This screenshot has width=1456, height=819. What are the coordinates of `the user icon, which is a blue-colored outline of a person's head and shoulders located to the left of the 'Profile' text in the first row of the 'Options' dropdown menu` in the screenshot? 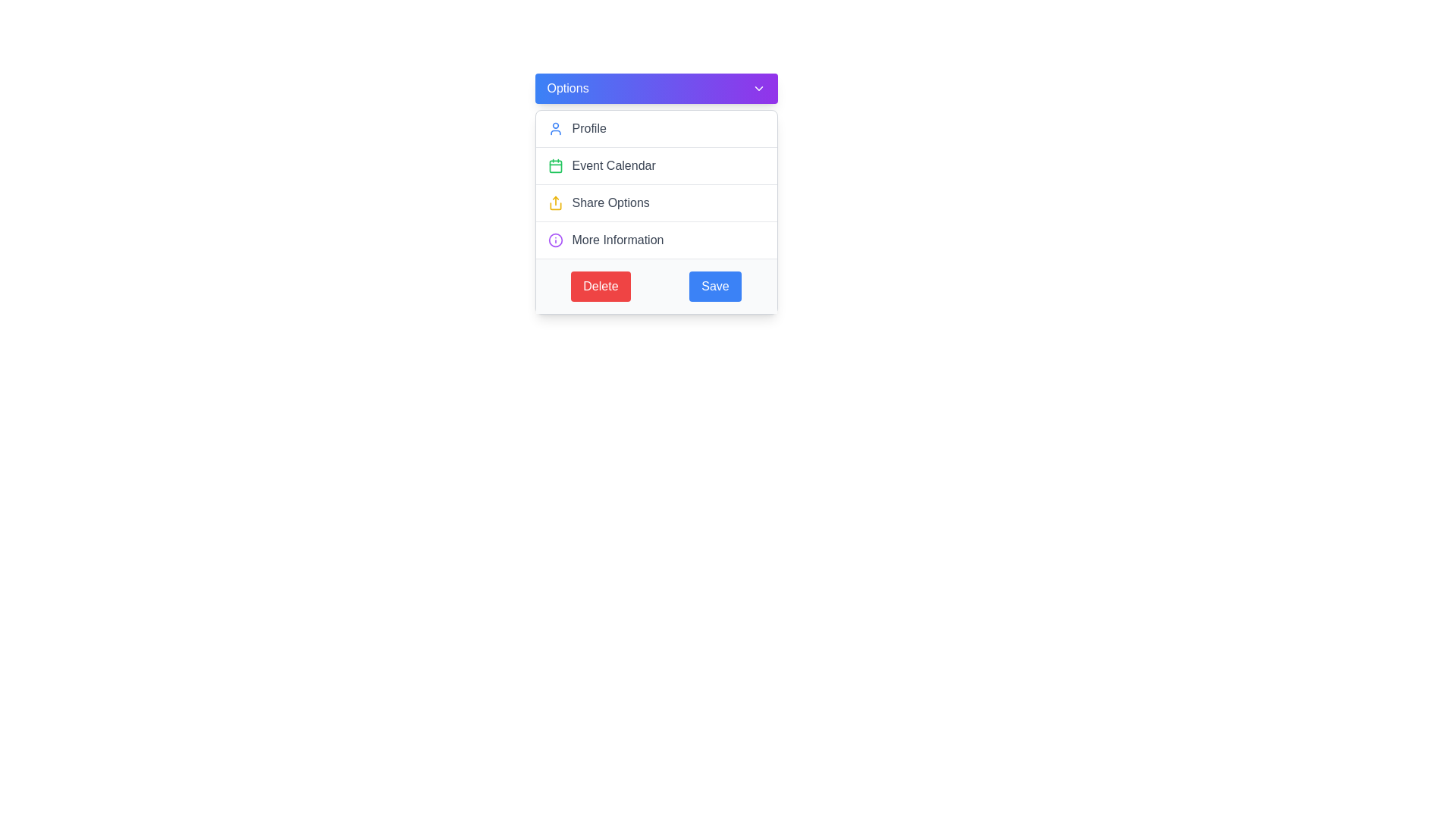 It's located at (554, 127).